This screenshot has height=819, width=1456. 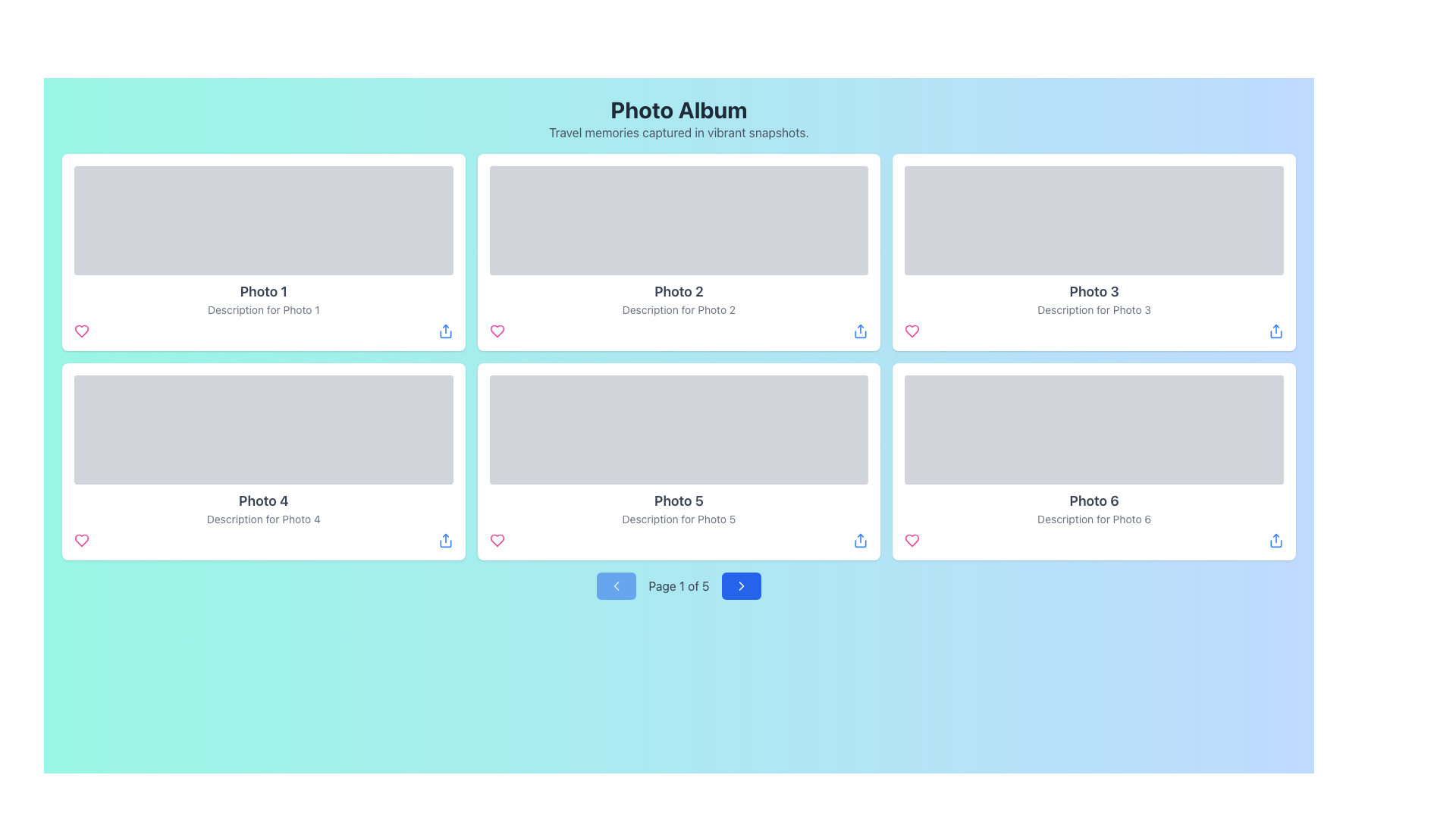 What do you see at coordinates (912, 540) in the screenshot?
I see `the 'like' icon button located at the bottom-left corner of 'Photo 6'` at bounding box center [912, 540].